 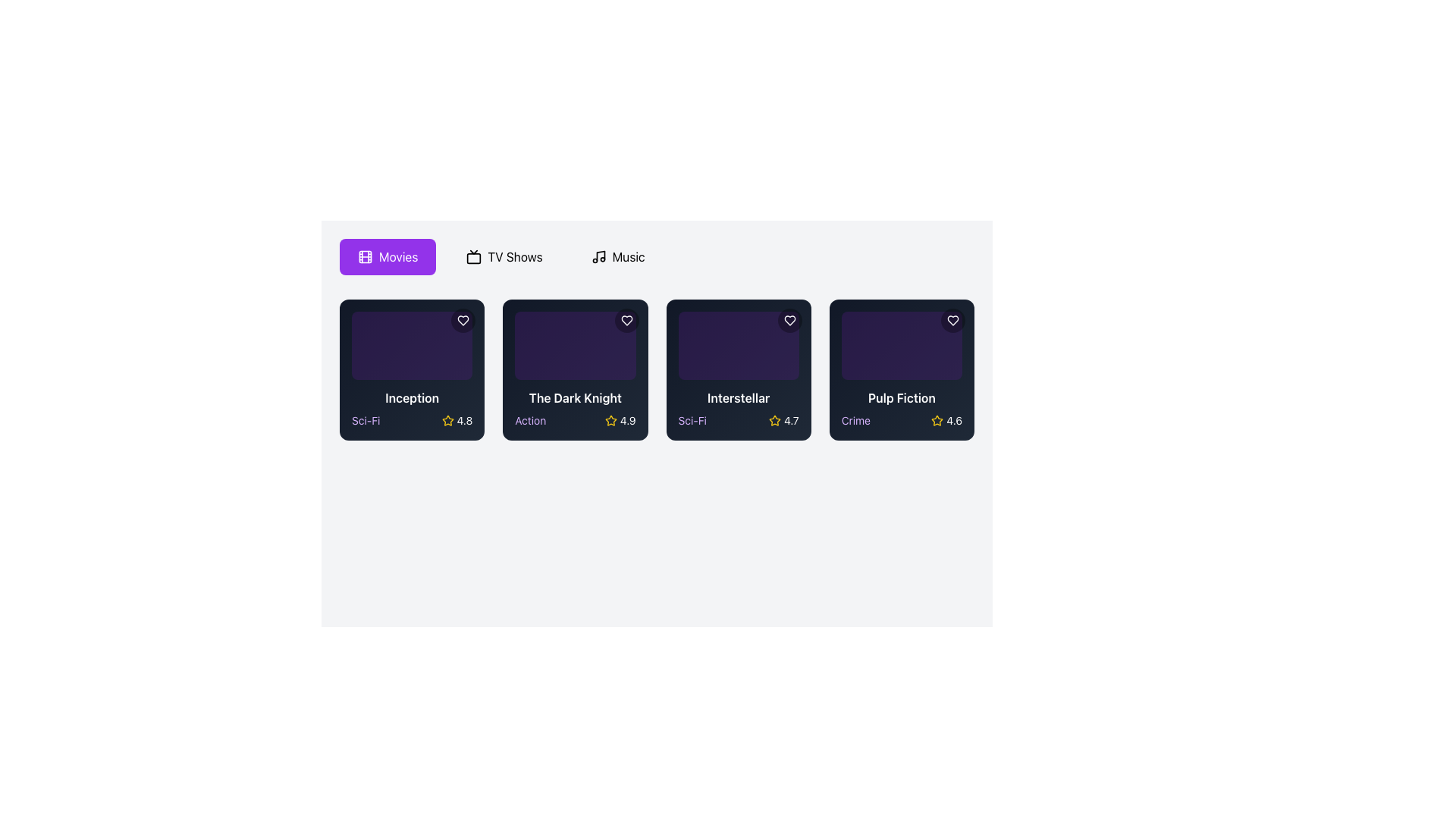 I want to click on the heart-shaped icon in the top-right corner of the movie card labeled 'The Dark Knight', so click(x=626, y=320).